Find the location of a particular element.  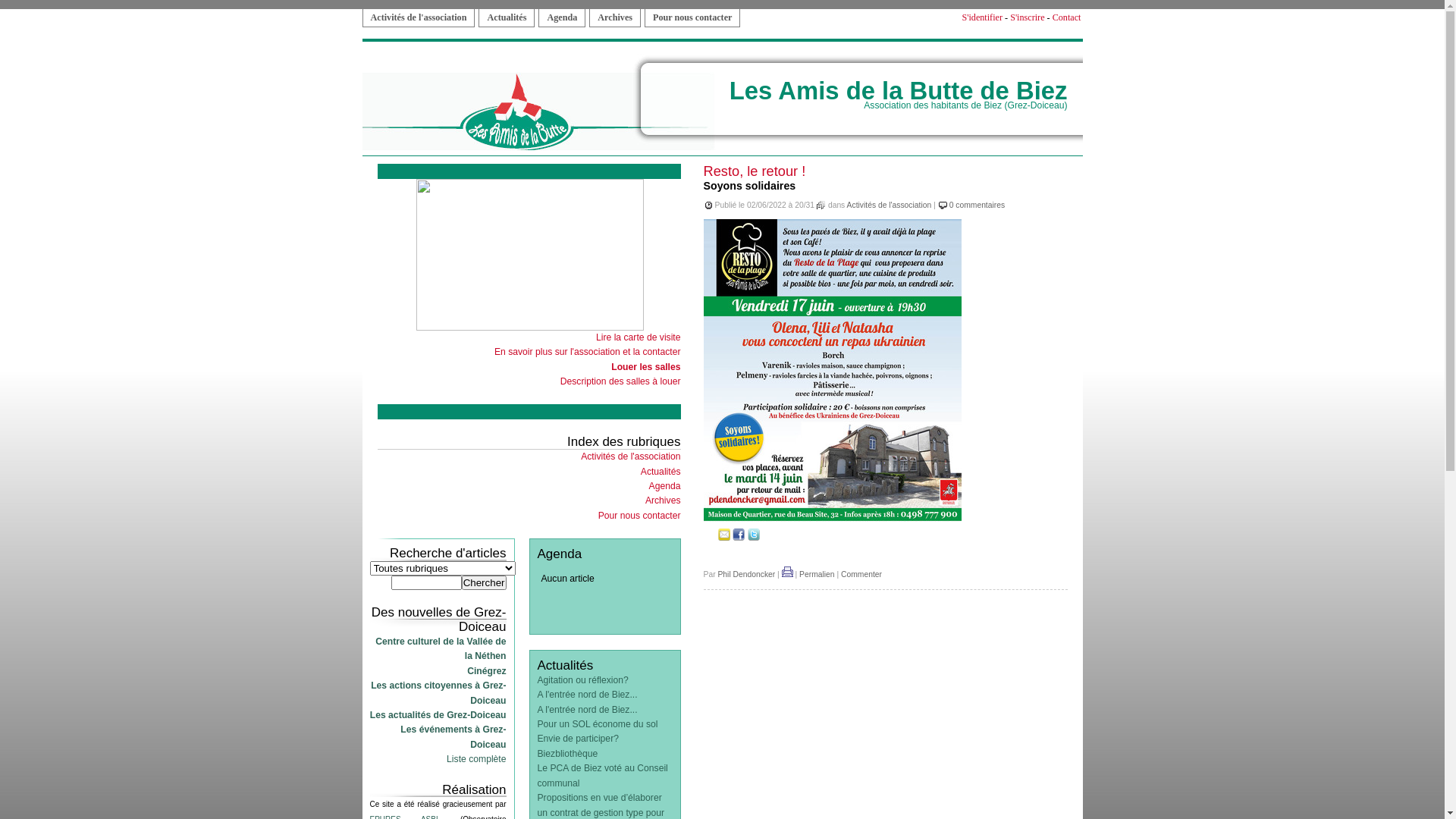

'Permalien' is located at coordinates (816, 574).